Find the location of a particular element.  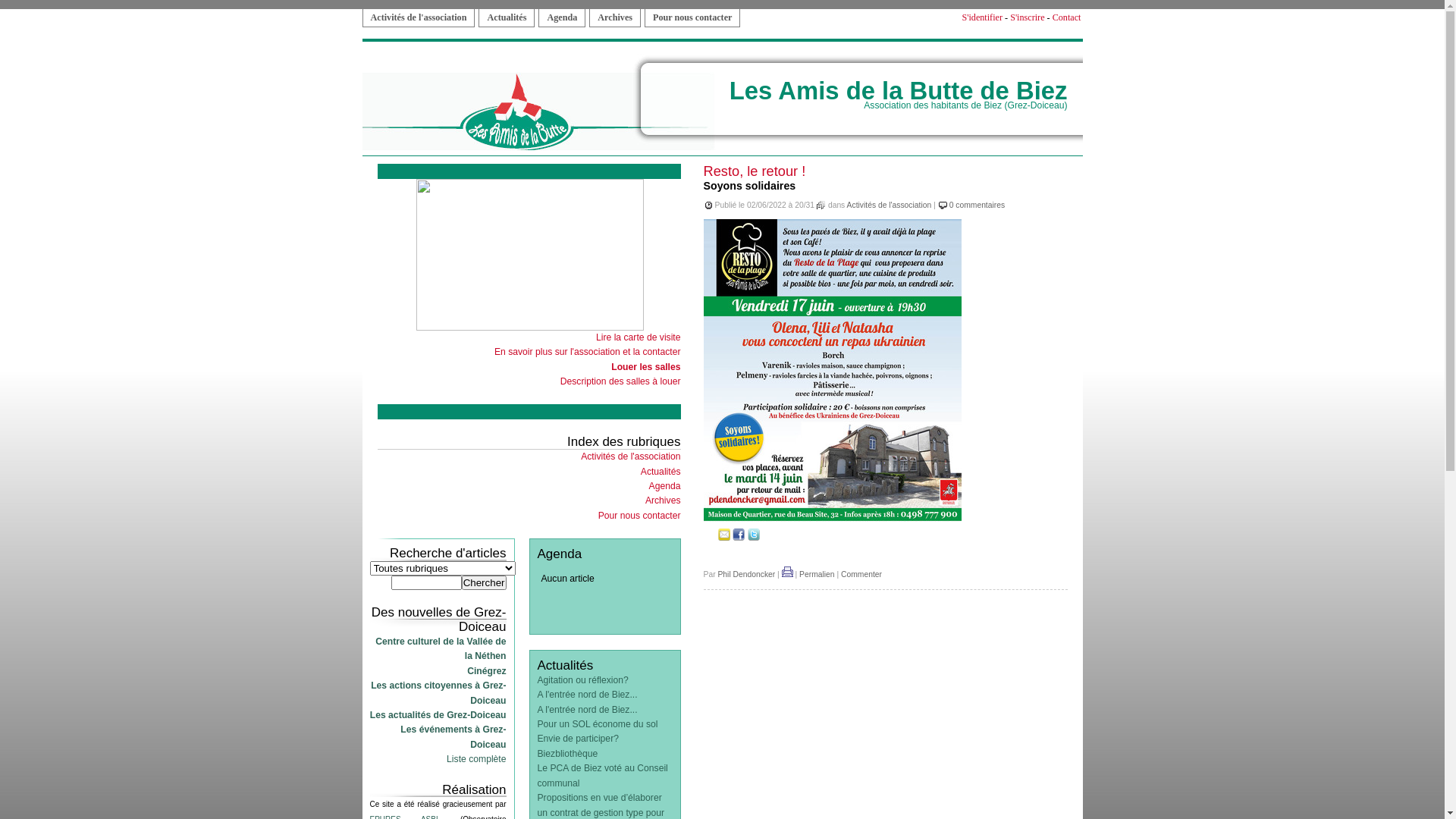

'Permalien' is located at coordinates (816, 574).